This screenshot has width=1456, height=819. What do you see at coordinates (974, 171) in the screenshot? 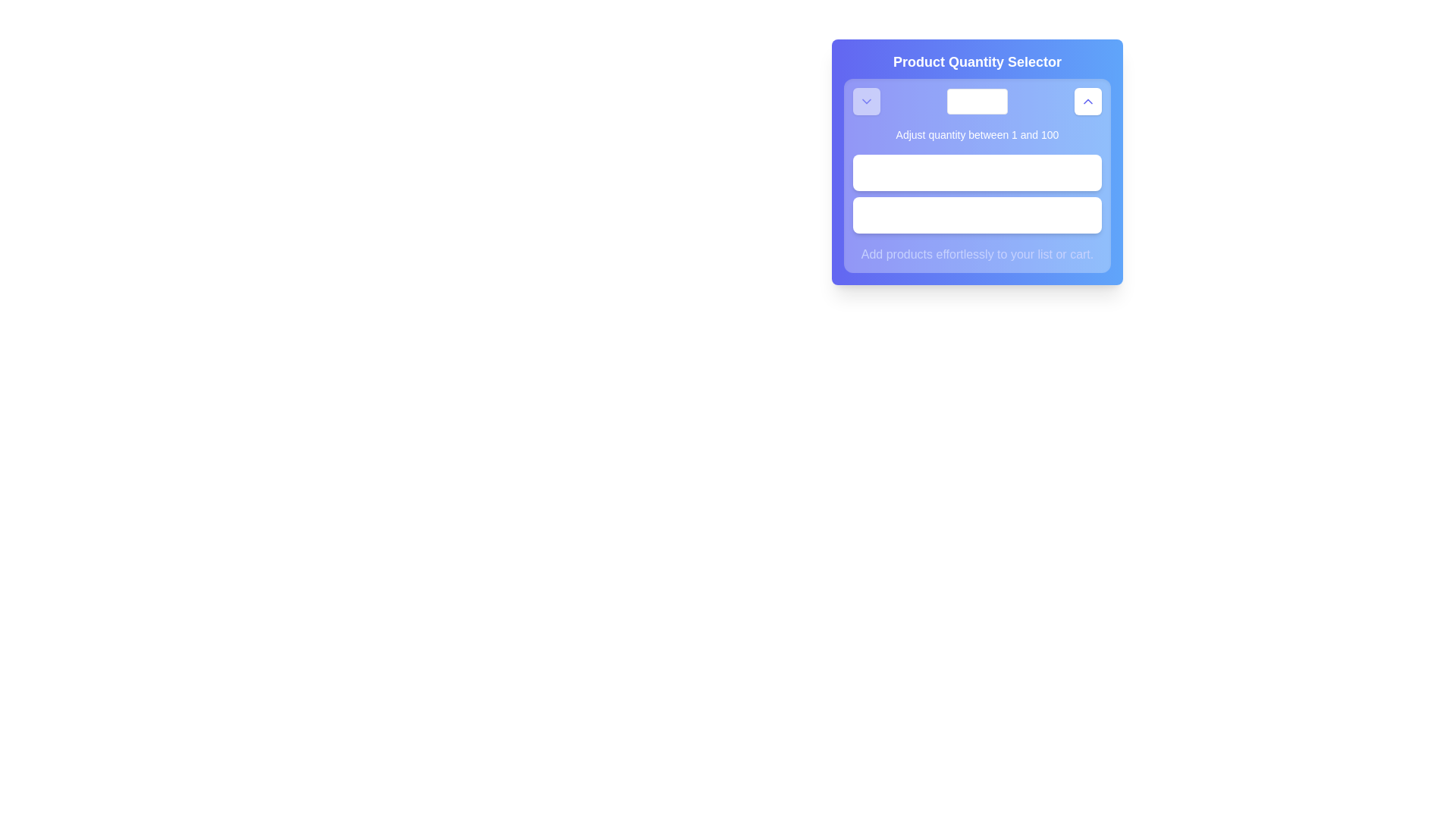
I see `the quantity` at bounding box center [974, 171].